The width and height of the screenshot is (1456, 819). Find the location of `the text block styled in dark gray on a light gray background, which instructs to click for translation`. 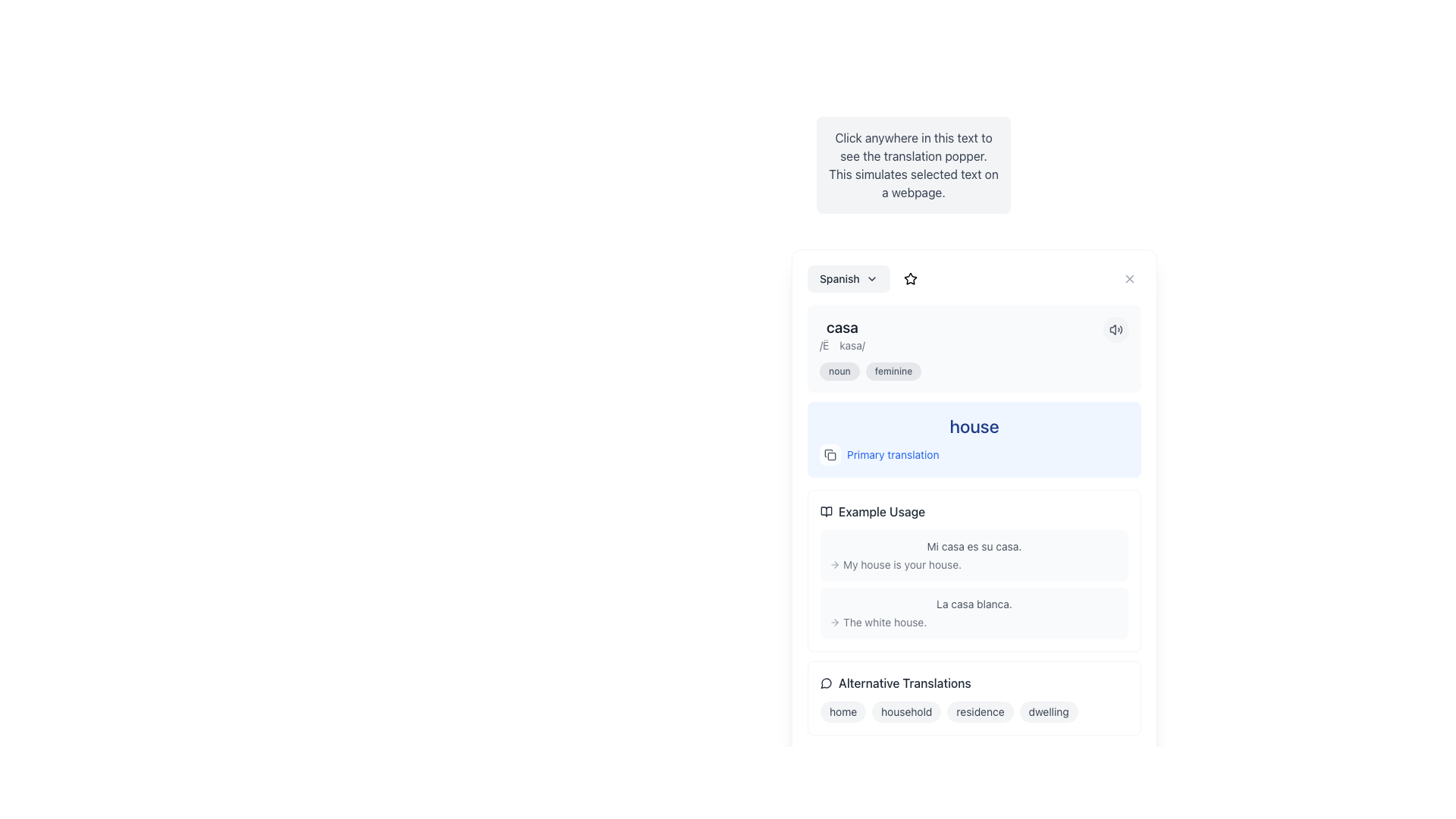

the text block styled in dark gray on a light gray background, which instructs to click for translation is located at coordinates (912, 165).